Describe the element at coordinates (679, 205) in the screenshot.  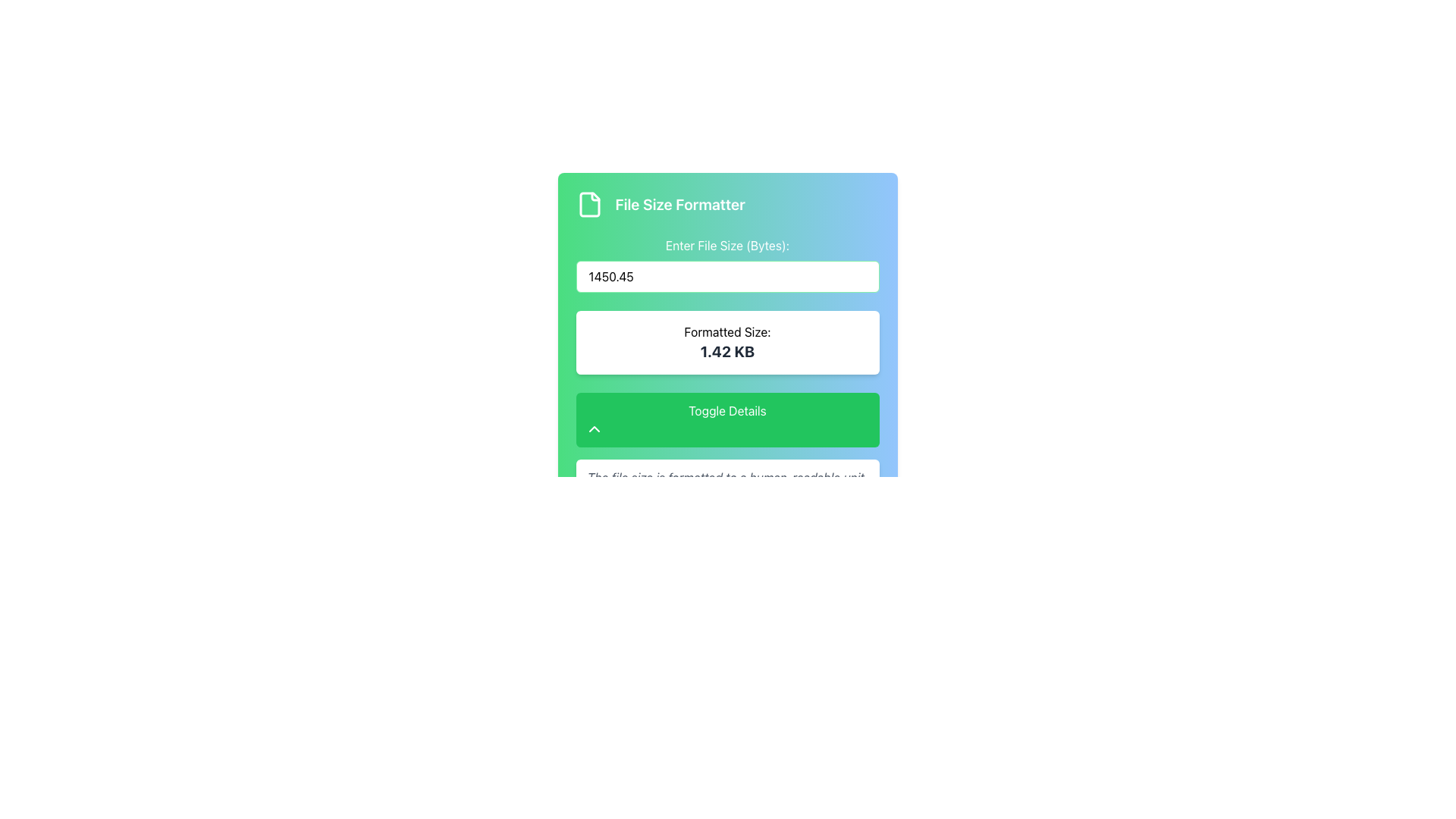
I see `the text label displaying 'File Size Formatter', which is positioned to the right of a file document icon and is styled in a large, bold, white font against a colorful gradient background` at that location.